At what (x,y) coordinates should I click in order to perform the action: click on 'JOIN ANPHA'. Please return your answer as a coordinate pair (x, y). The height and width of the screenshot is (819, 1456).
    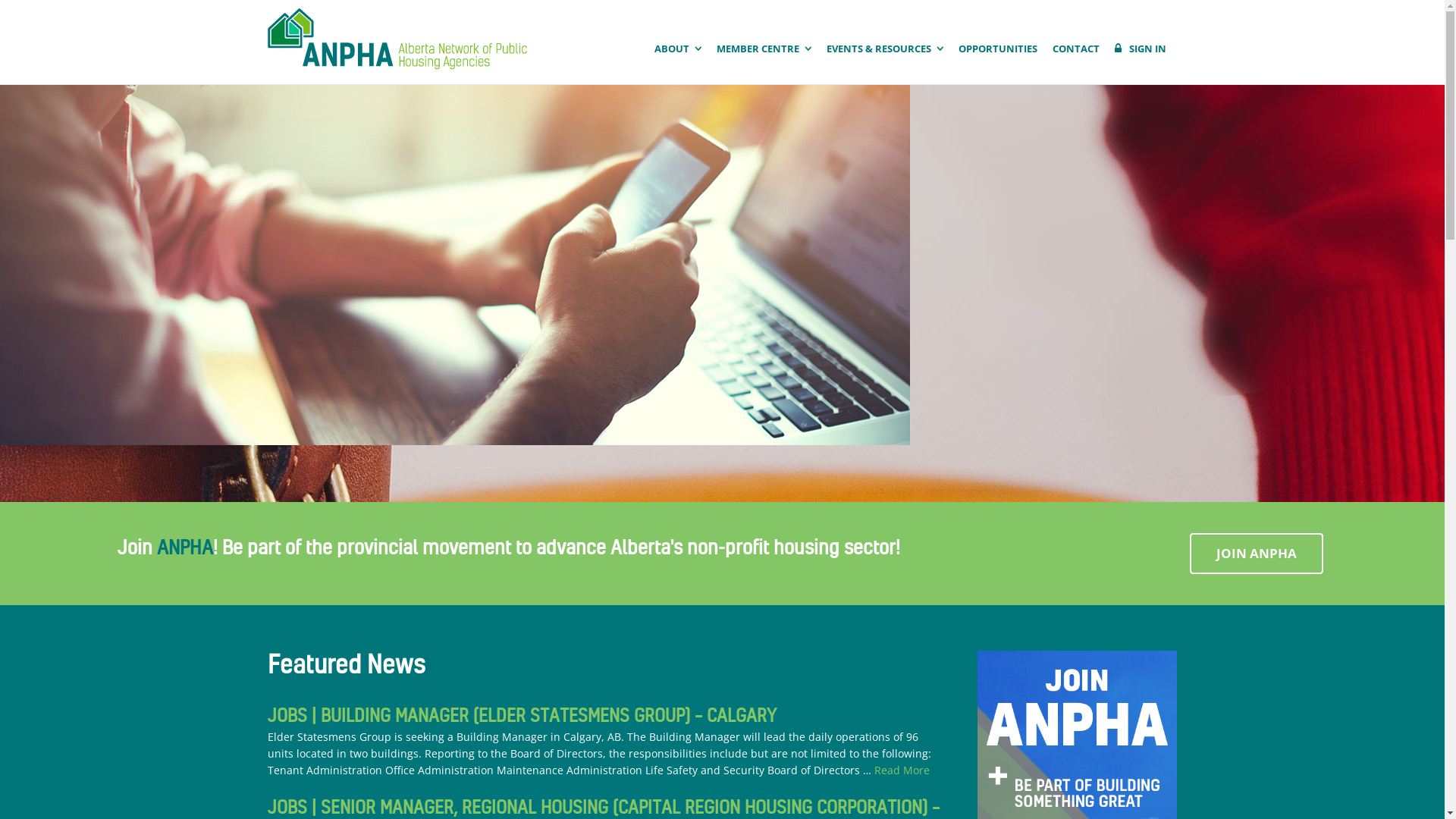
    Looking at the image, I should click on (1256, 553).